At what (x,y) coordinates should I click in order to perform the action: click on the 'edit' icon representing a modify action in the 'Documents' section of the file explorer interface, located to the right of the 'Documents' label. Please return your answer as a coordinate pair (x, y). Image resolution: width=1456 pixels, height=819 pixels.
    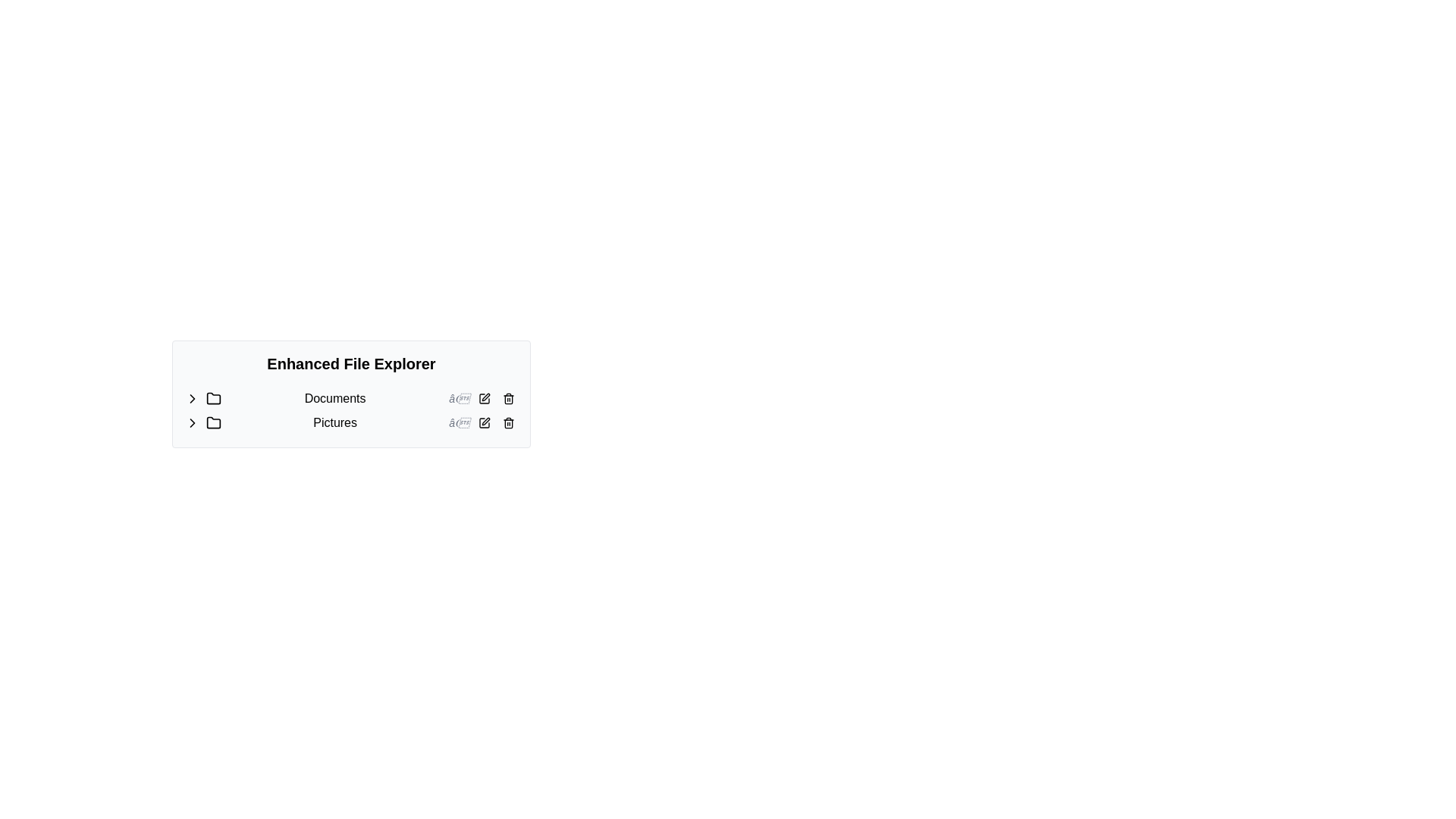
    Looking at the image, I should click on (483, 397).